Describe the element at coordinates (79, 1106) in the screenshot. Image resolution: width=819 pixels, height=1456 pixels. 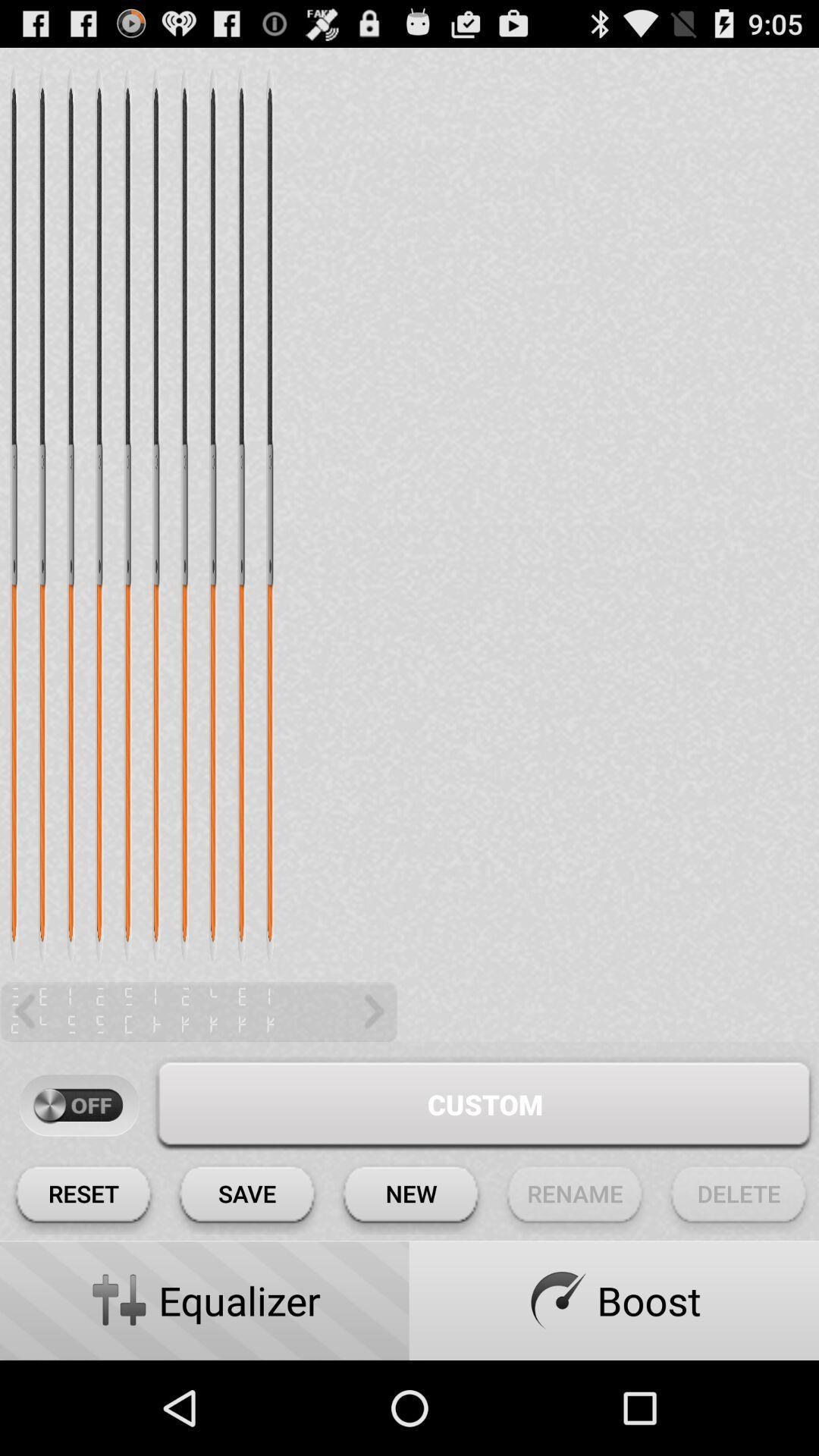
I see `turn off` at that location.